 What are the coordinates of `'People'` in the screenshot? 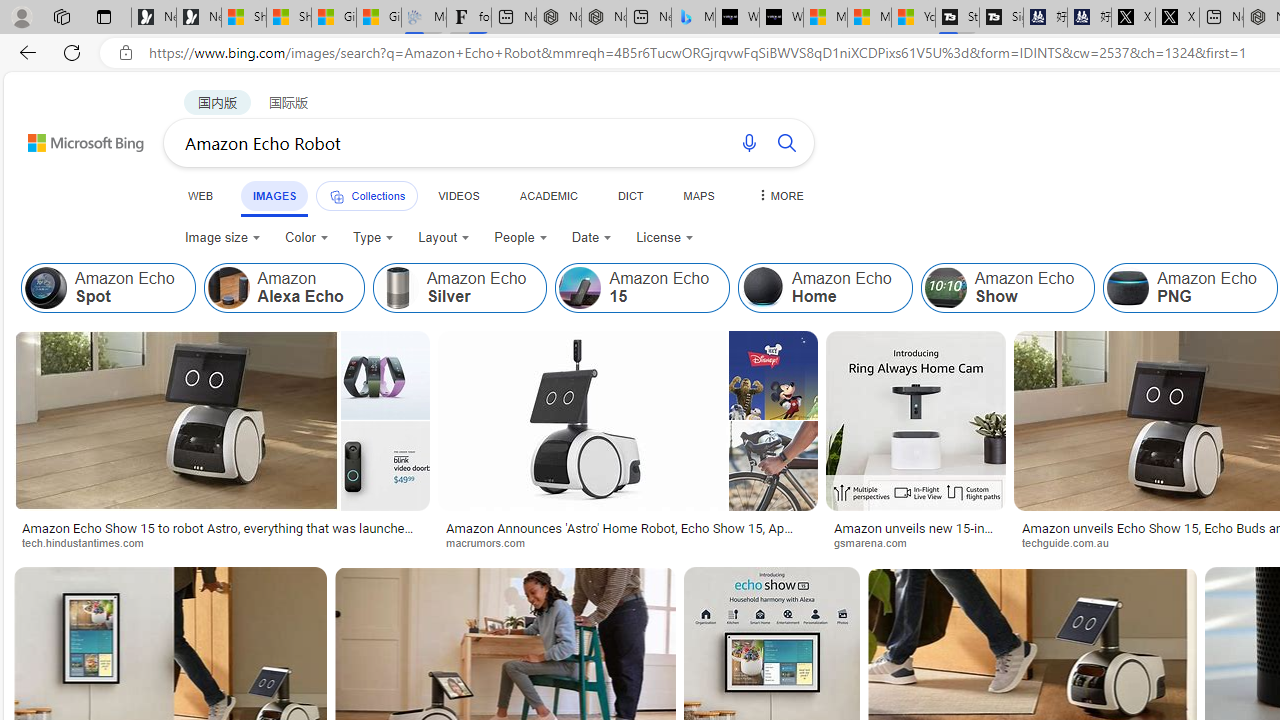 It's located at (521, 236).